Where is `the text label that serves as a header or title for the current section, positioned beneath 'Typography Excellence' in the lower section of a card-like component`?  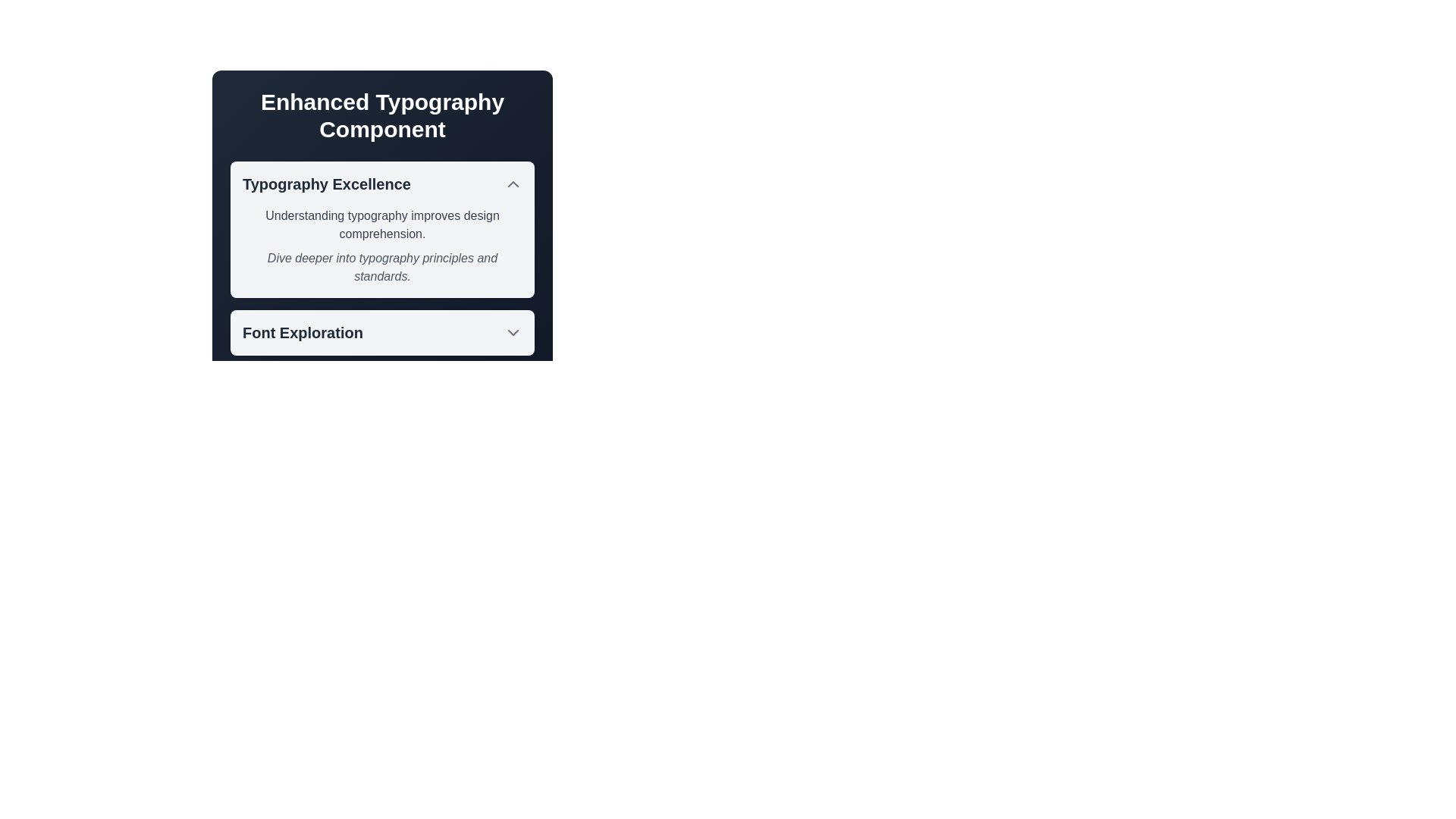 the text label that serves as a header or title for the current section, positioned beneath 'Typography Excellence' in the lower section of a card-like component is located at coordinates (303, 332).